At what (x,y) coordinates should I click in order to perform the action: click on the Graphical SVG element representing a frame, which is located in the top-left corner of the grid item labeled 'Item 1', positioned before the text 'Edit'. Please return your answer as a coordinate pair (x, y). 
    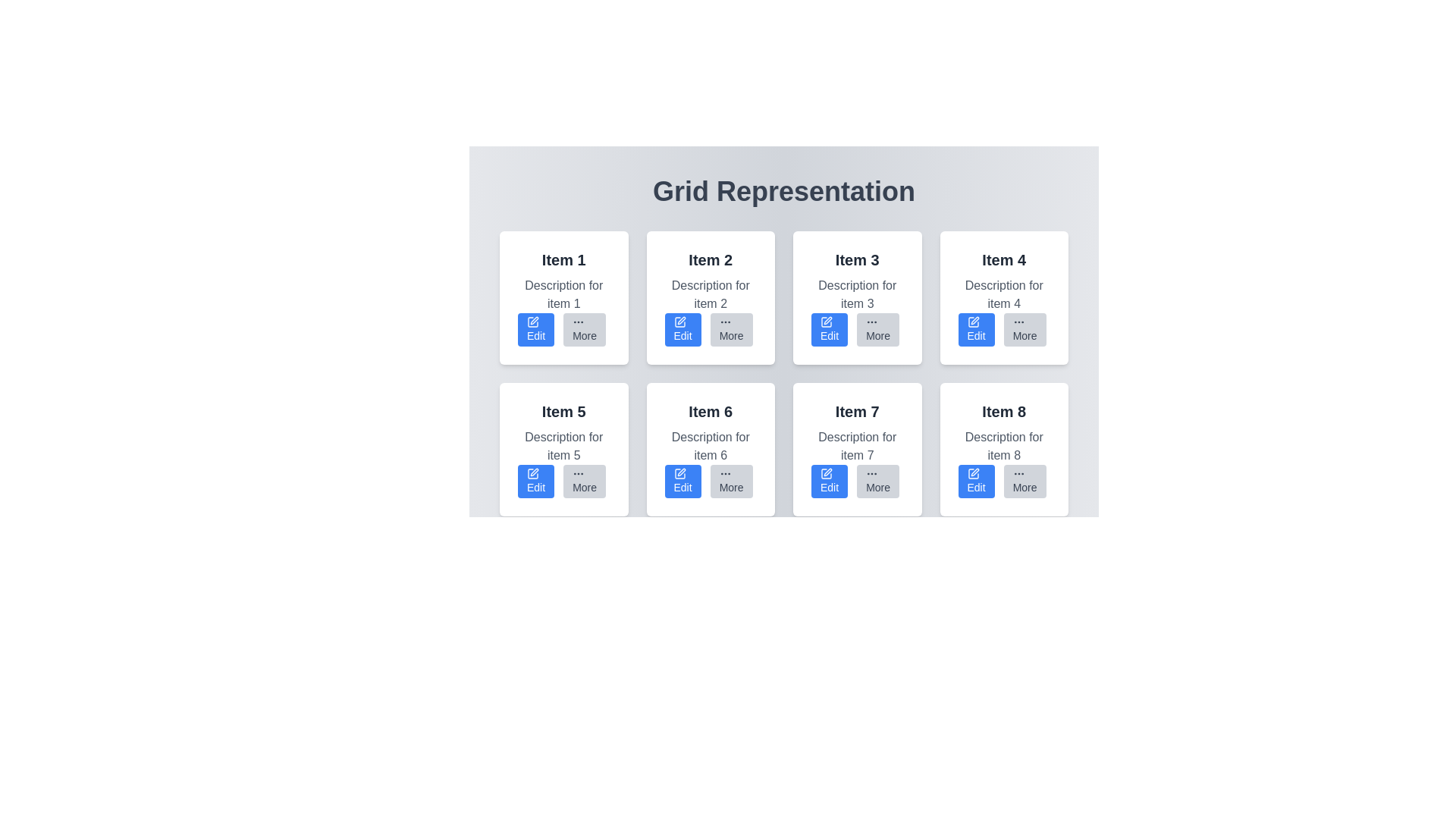
    Looking at the image, I should click on (532, 321).